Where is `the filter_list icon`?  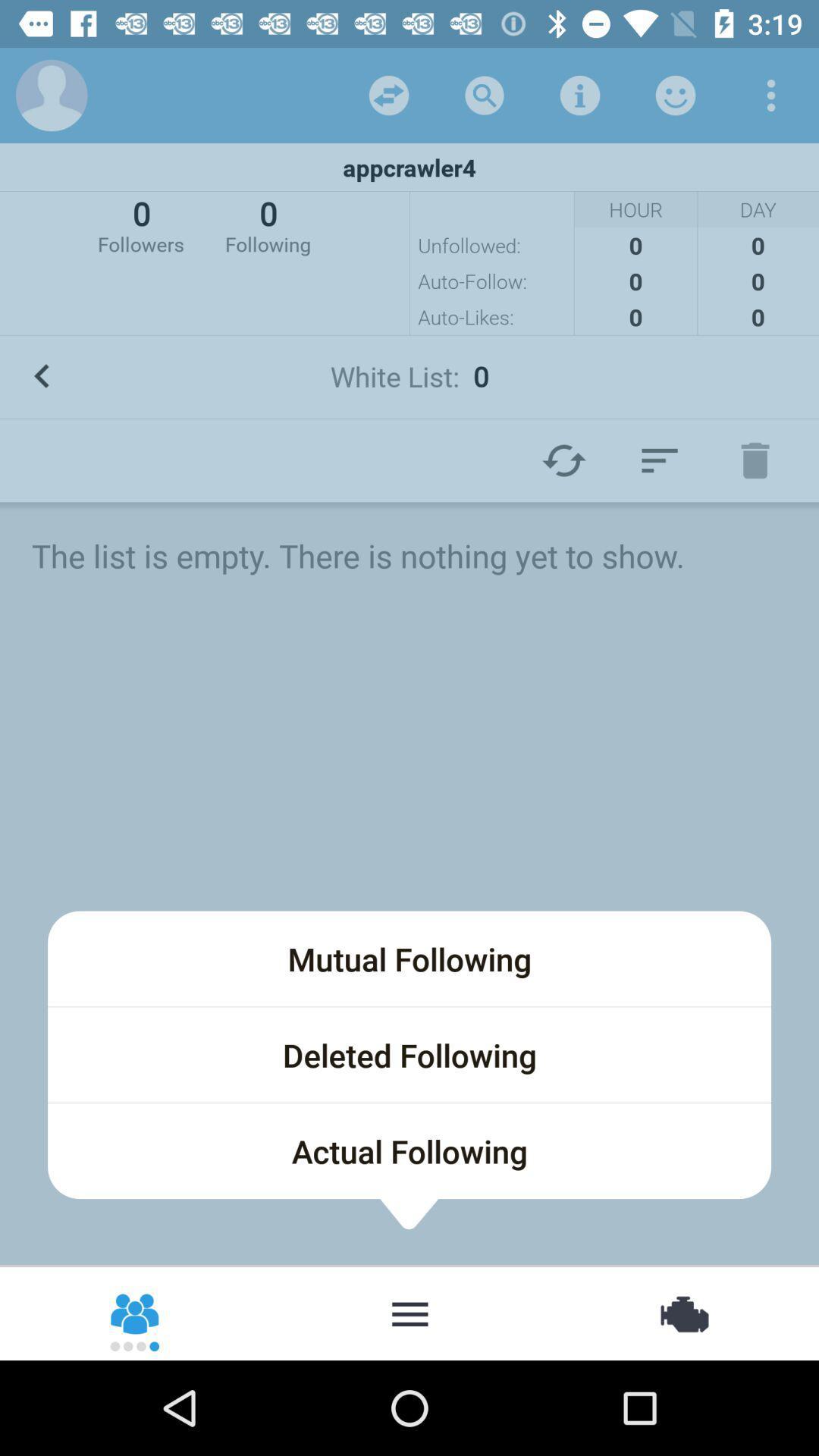 the filter_list icon is located at coordinates (659, 460).